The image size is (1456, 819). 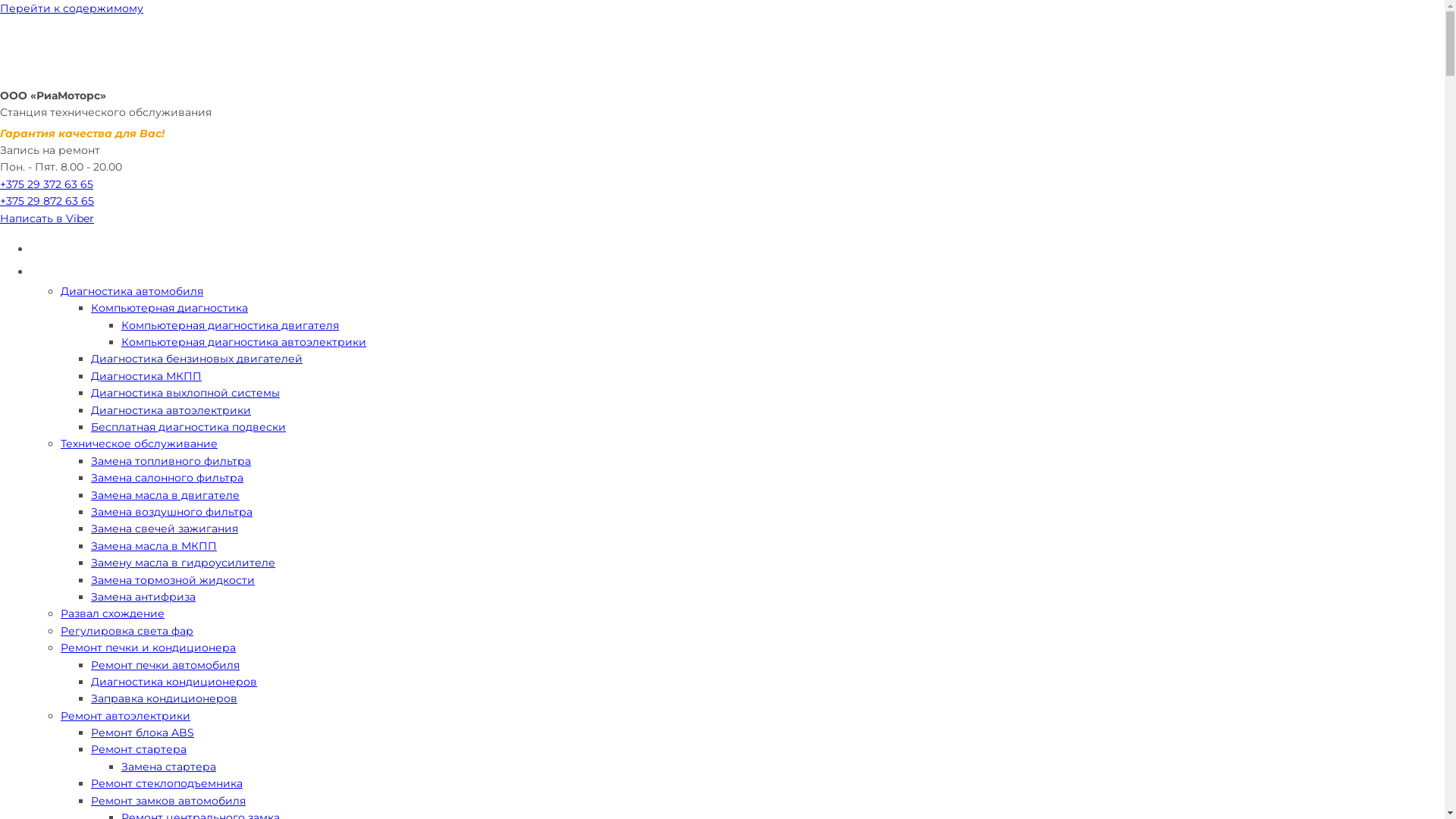 I want to click on '+375 29 872 63 65', so click(x=47, y=200).